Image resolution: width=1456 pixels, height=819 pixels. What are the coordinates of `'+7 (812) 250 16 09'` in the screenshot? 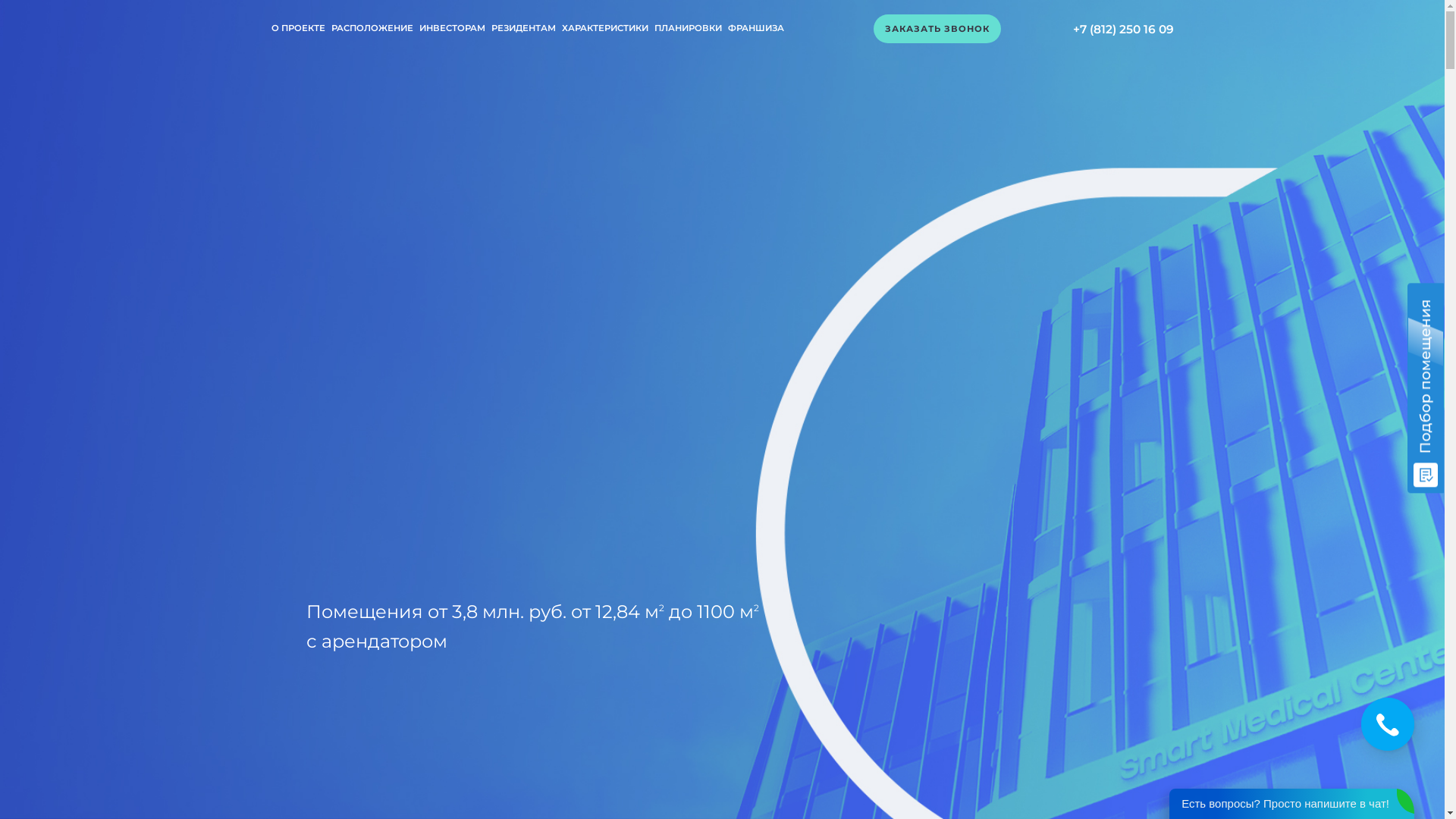 It's located at (1122, 29).